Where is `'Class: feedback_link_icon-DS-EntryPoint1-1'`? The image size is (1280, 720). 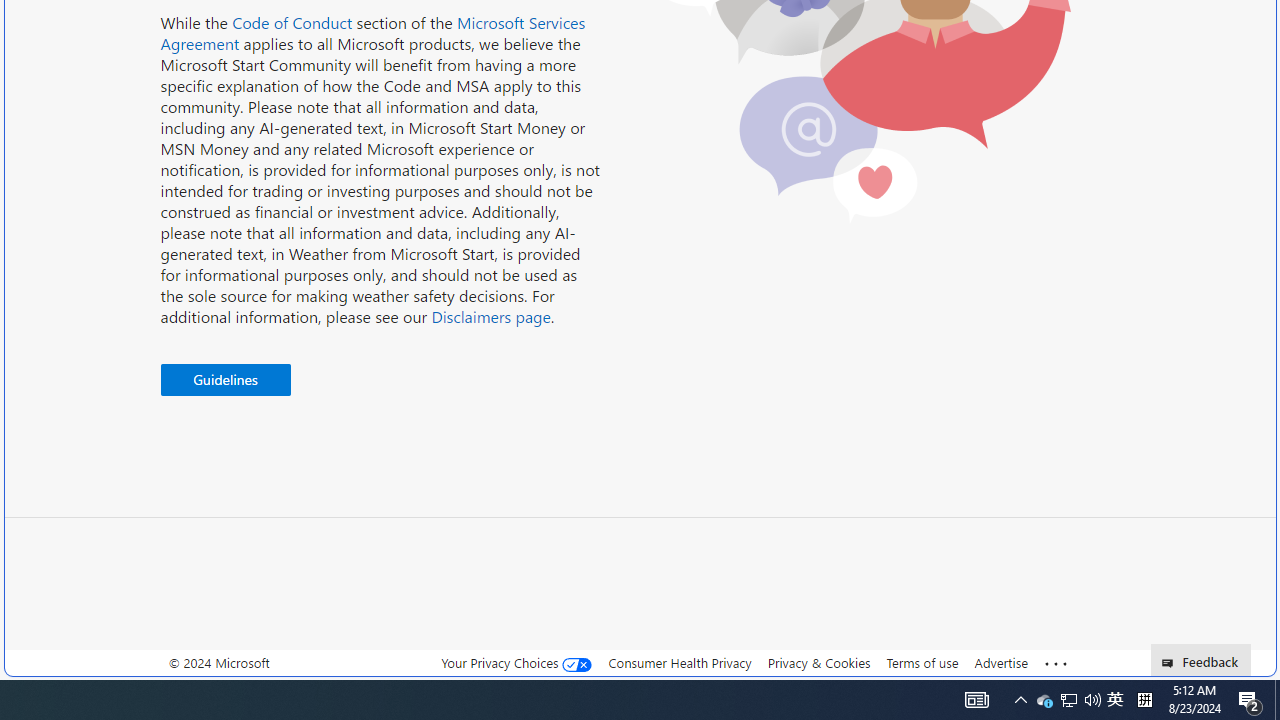 'Class: feedback_link_icon-DS-EntryPoint1-1' is located at coordinates (1171, 663).